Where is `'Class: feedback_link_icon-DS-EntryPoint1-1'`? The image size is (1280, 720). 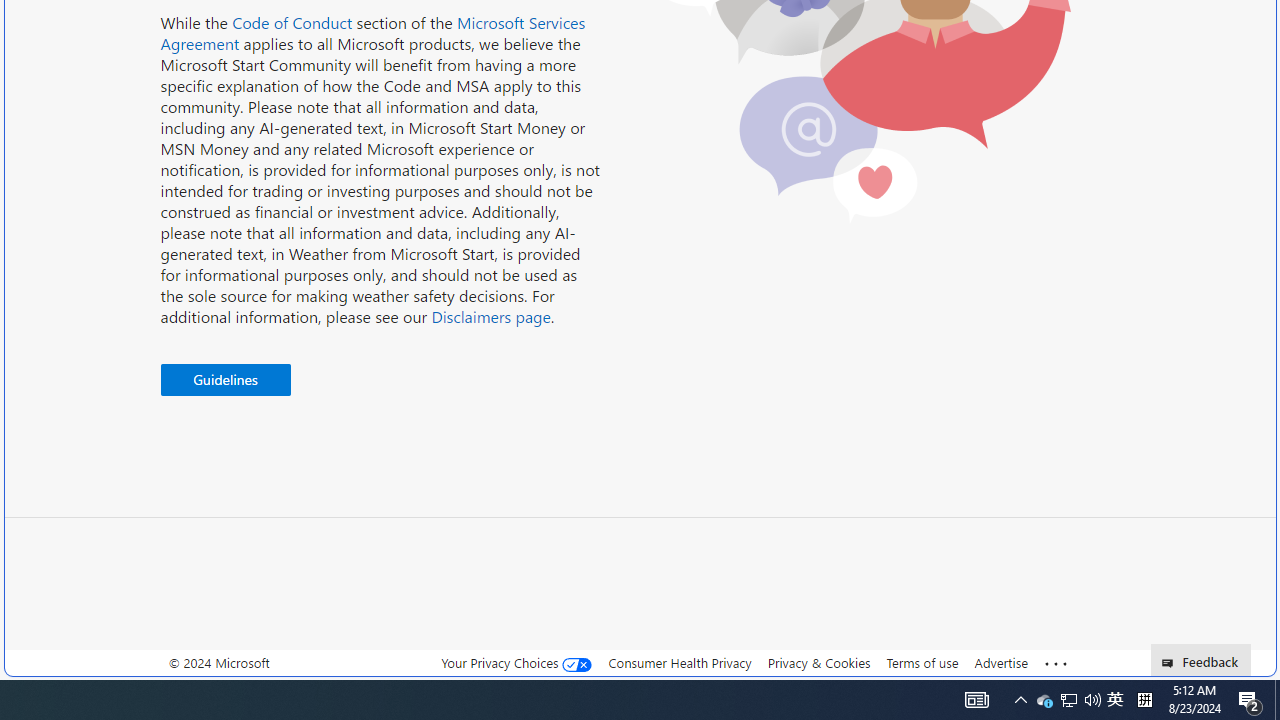 'Class: feedback_link_icon-DS-EntryPoint1-1' is located at coordinates (1171, 663).